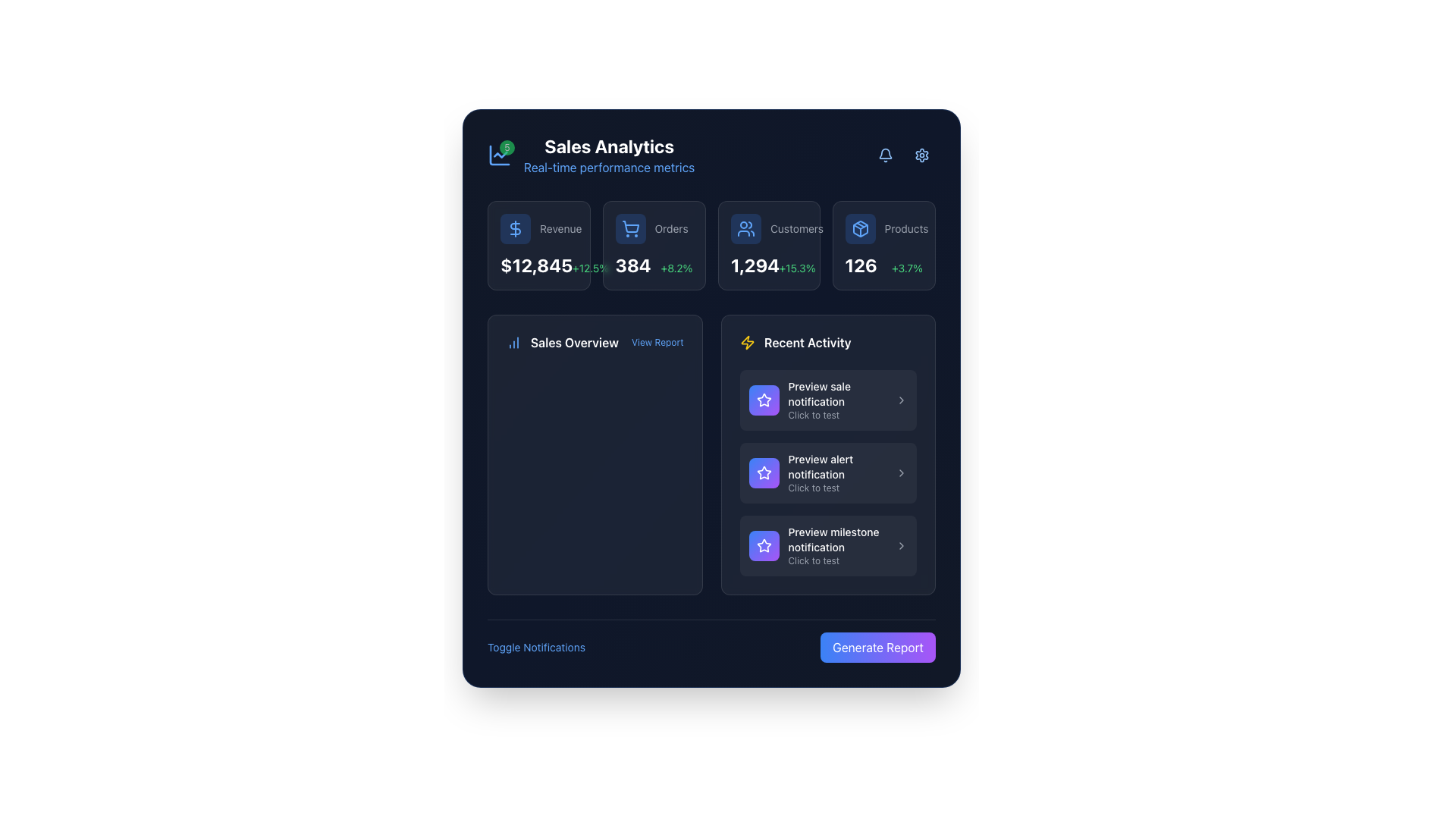 Image resolution: width=1456 pixels, height=819 pixels. I want to click on the second clickable card in the 'Recent Activity' section to test or preview the alert notification, so click(827, 472).